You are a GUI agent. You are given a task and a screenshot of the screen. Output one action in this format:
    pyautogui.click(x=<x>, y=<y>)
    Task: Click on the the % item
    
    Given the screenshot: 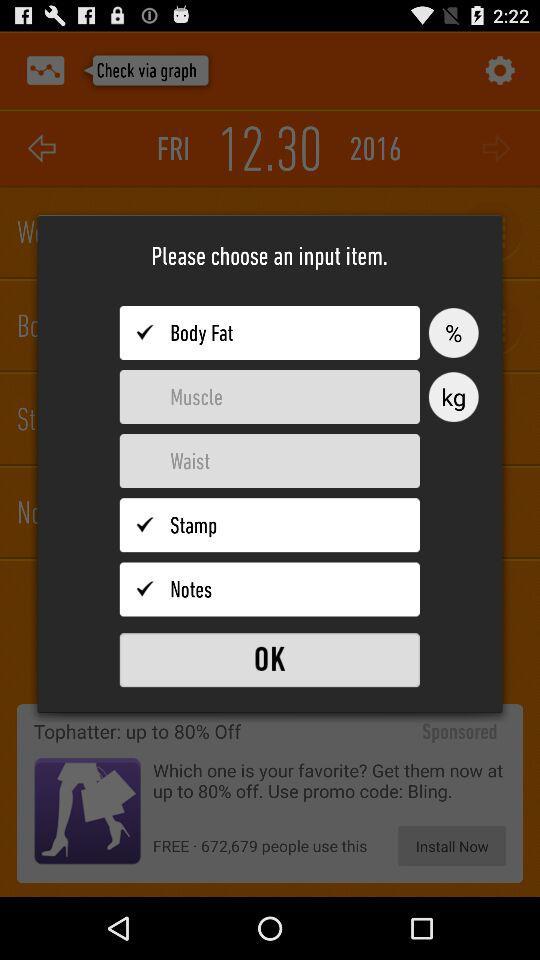 What is the action you would take?
    pyautogui.click(x=453, y=333)
    